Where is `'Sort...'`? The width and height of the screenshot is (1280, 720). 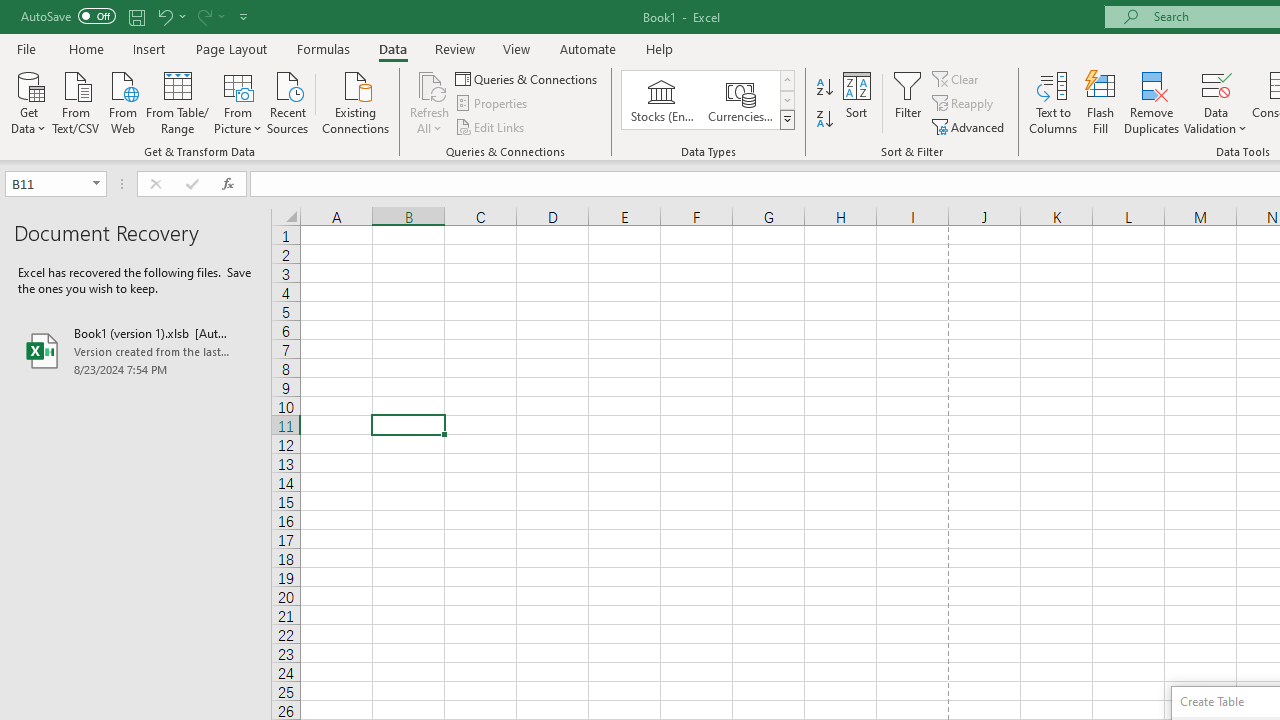 'Sort...' is located at coordinates (856, 103).